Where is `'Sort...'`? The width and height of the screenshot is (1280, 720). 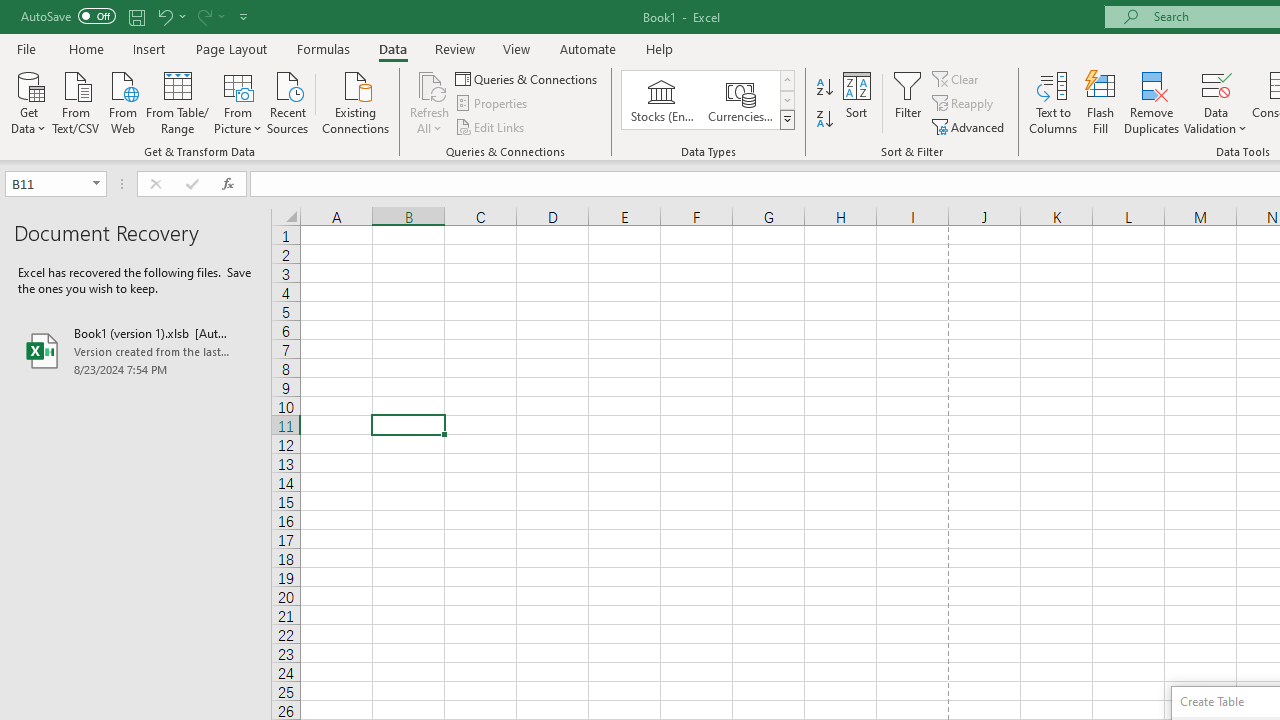 'Sort...' is located at coordinates (856, 103).